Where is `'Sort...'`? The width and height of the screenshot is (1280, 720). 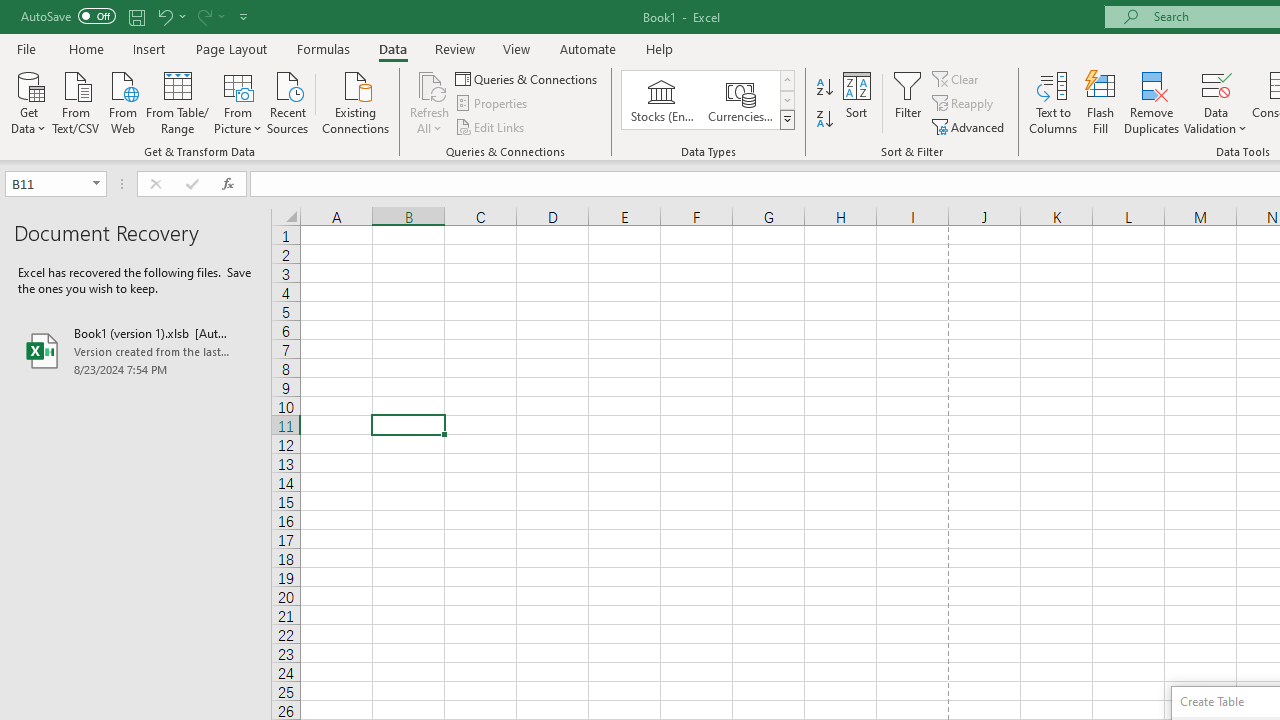 'Sort...' is located at coordinates (856, 103).